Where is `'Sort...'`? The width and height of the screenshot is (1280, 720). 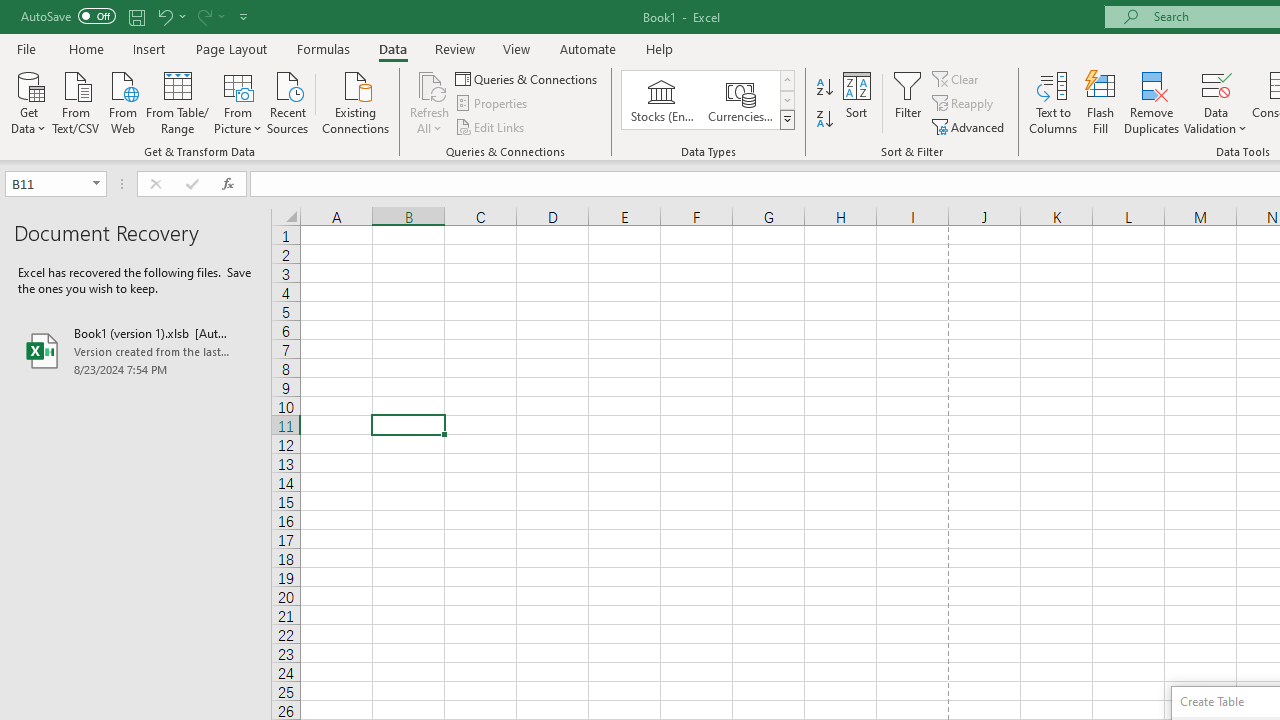 'Sort...' is located at coordinates (856, 103).